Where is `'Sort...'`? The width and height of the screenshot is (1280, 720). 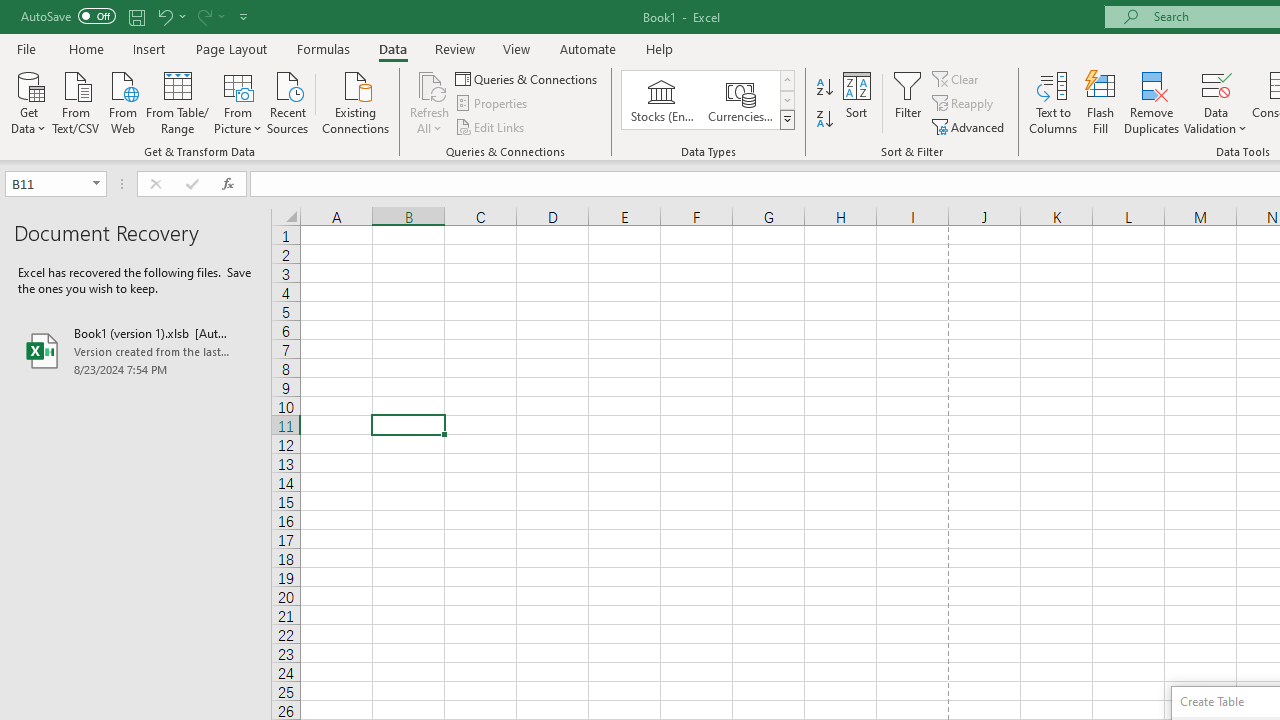 'Sort...' is located at coordinates (856, 103).